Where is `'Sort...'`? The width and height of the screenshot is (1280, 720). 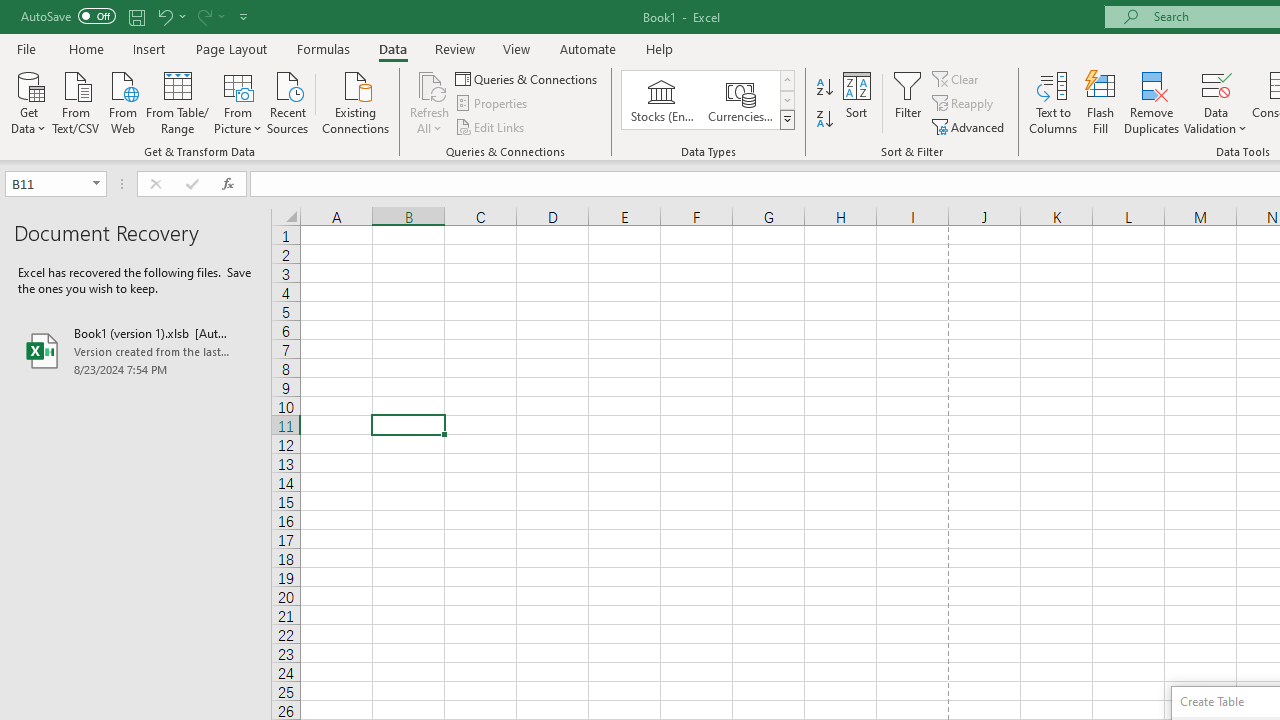 'Sort...' is located at coordinates (856, 103).